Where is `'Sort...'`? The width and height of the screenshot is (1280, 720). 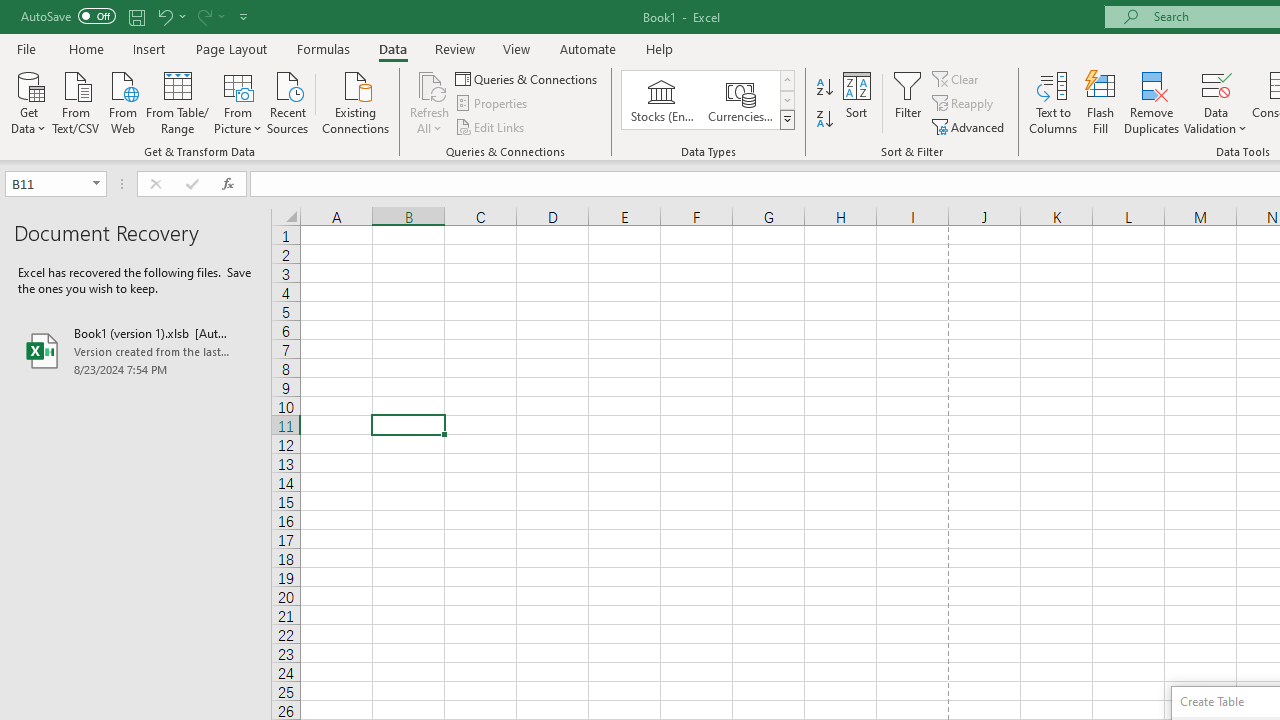 'Sort...' is located at coordinates (856, 103).